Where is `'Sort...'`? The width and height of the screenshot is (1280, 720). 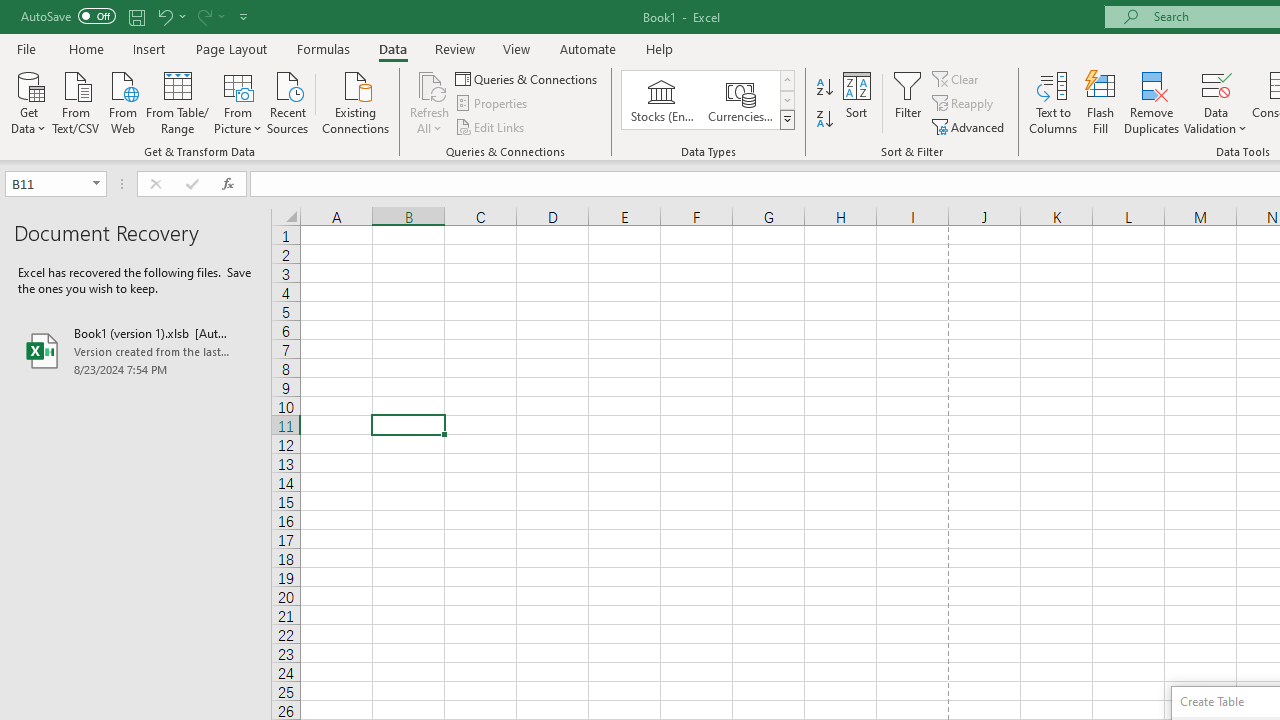 'Sort...' is located at coordinates (856, 103).